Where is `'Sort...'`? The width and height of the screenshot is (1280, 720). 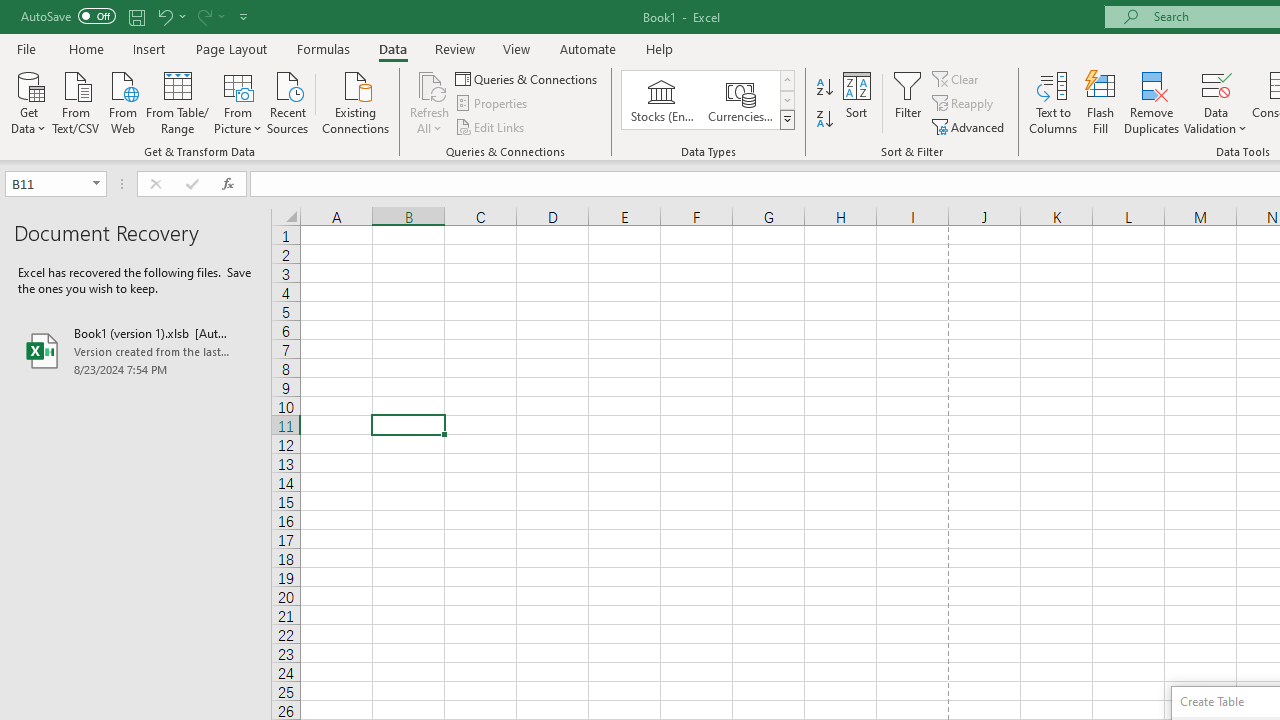 'Sort...' is located at coordinates (856, 103).